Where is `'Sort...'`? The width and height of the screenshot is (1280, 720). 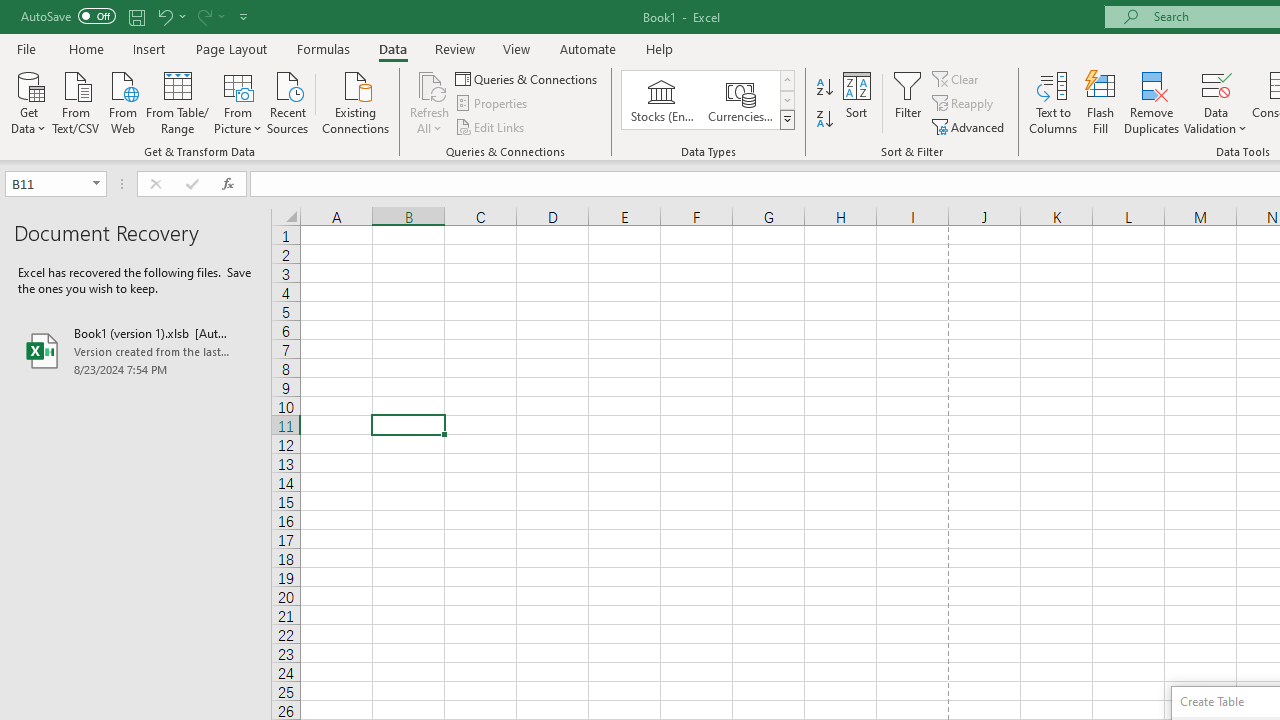 'Sort...' is located at coordinates (856, 103).